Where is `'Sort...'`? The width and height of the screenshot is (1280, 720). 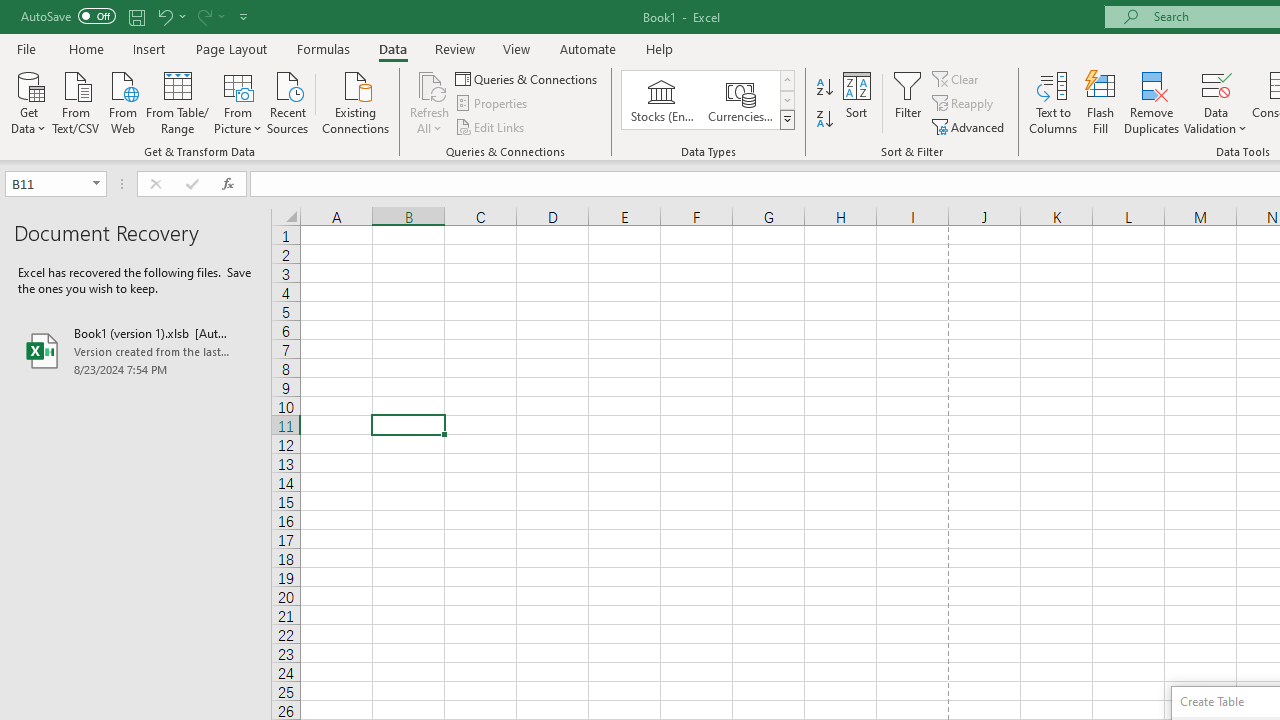 'Sort...' is located at coordinates (856, 103).